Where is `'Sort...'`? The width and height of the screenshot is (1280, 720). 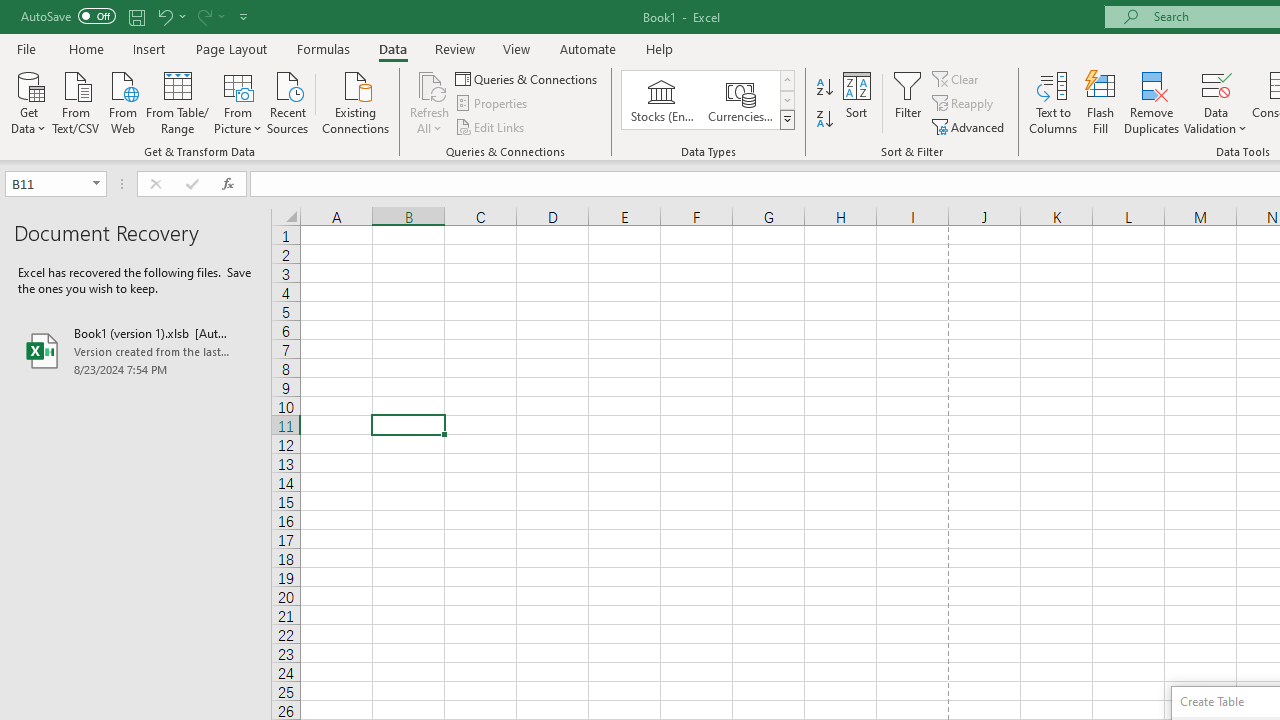 'Sort...' is located at coordinates (856, 103).